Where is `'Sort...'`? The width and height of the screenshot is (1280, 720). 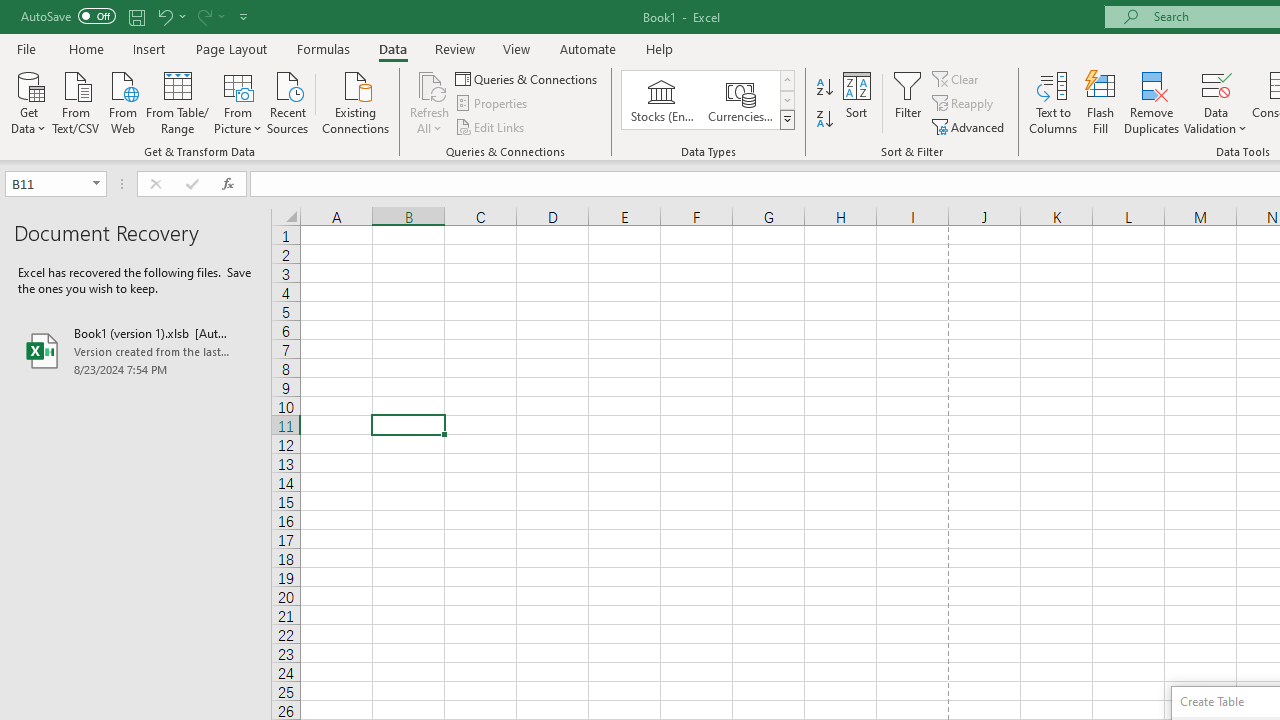 'Sort...' is located at coordinates (856, 103).